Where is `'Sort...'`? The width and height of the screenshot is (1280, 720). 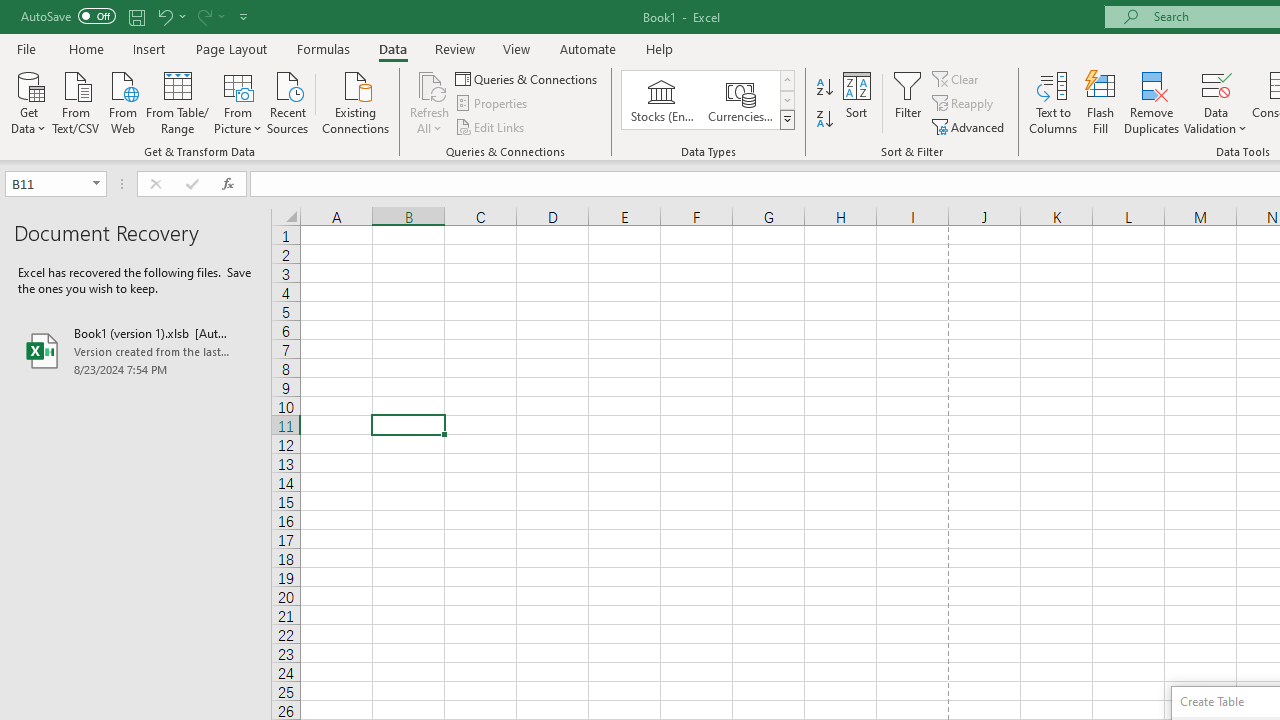 'Sort...' is located at coordinates (856, 103).